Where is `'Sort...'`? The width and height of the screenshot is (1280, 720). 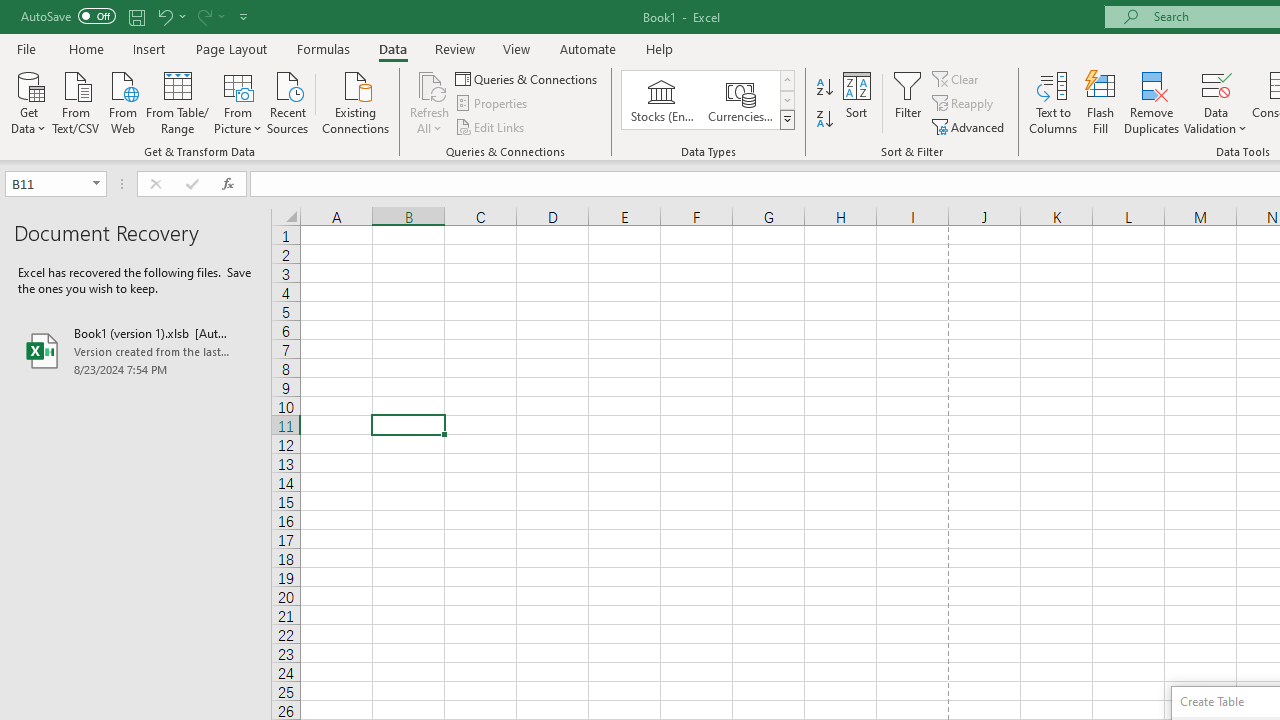 'Sort...' is located at coordinates (856, 103).